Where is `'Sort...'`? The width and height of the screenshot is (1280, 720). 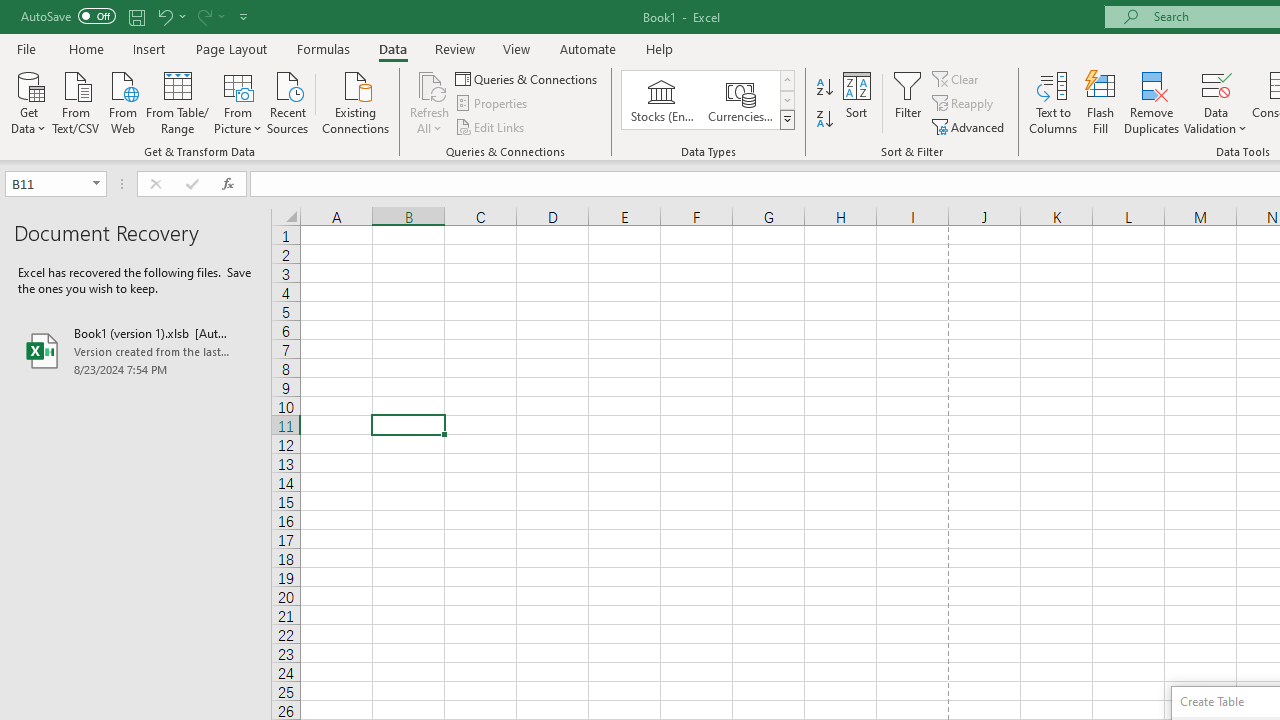 'Sort...' is located at coordinates (856, 103).